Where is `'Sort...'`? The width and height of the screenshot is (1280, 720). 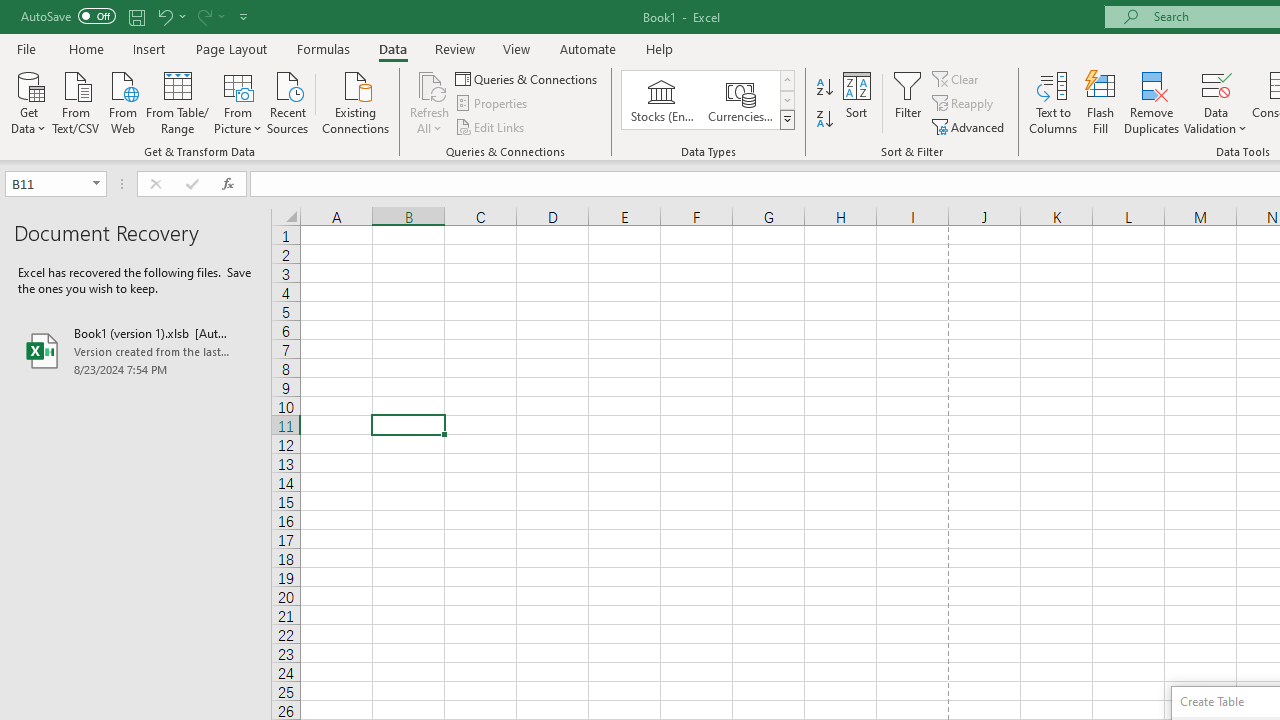 'Sort...' is located at coordinates (856, 103).